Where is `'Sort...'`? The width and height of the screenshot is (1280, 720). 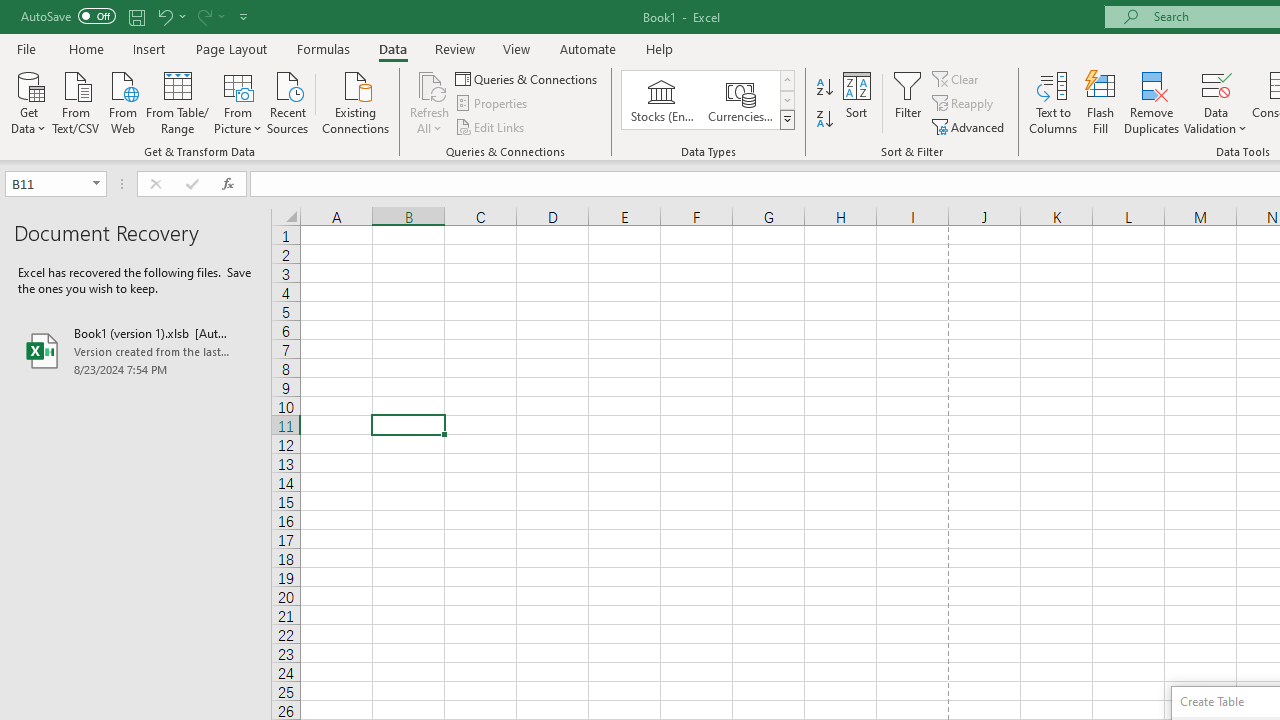 'Sort...' is located at coordinates (856, 103).